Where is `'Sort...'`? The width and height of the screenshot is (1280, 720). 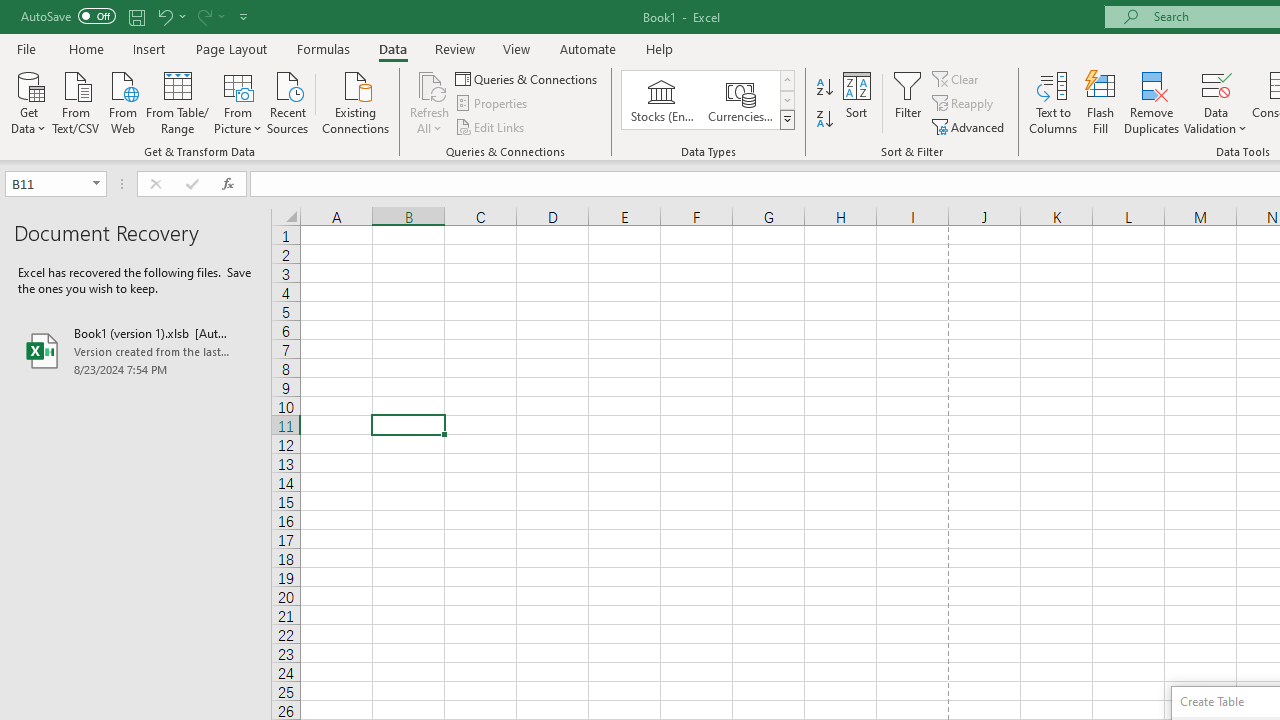 'Sort...' is located at coordinates (856, 103).